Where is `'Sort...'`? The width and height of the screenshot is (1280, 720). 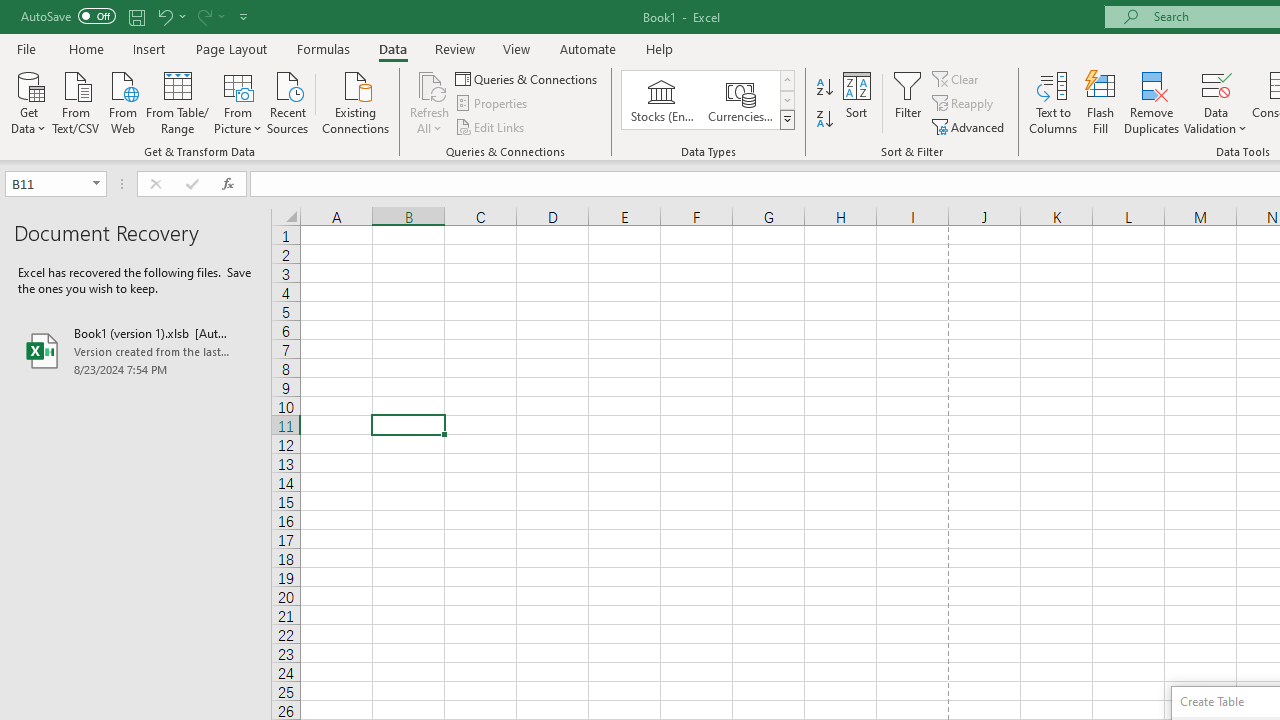 'Sort...' is located at coordinates (856, 103).